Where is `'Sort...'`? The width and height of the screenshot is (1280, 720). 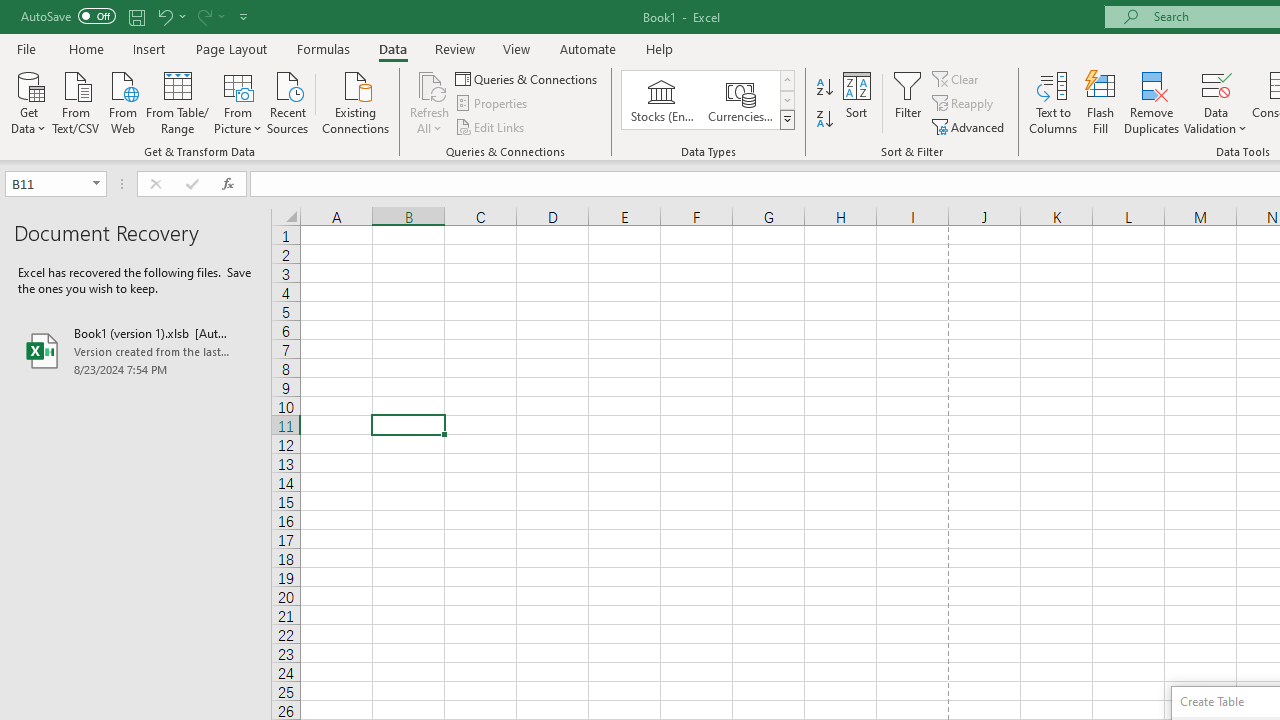 'Sort...' is located at coordinates (856, 103).